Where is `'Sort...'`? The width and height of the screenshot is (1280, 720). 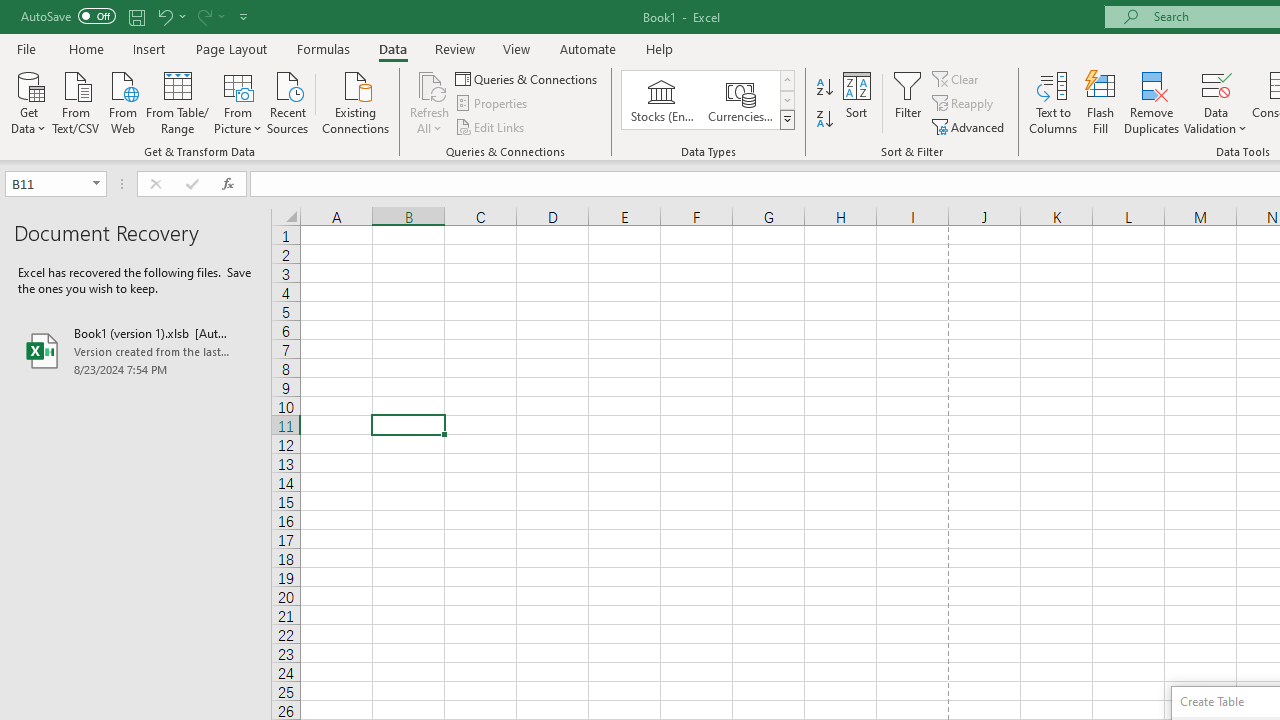 'Sort...' is located at coordinates (856, 103).